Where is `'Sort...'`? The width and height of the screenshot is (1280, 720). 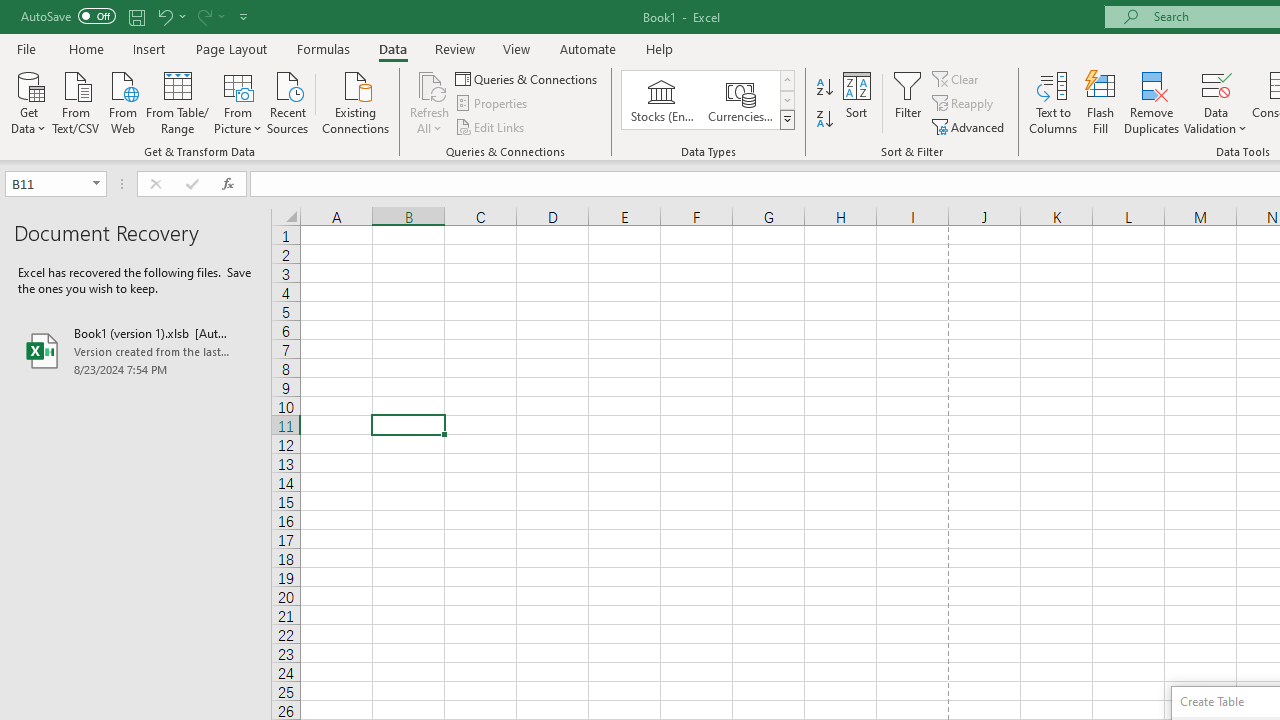 'Sort...' is located at coordinates (856, 103).